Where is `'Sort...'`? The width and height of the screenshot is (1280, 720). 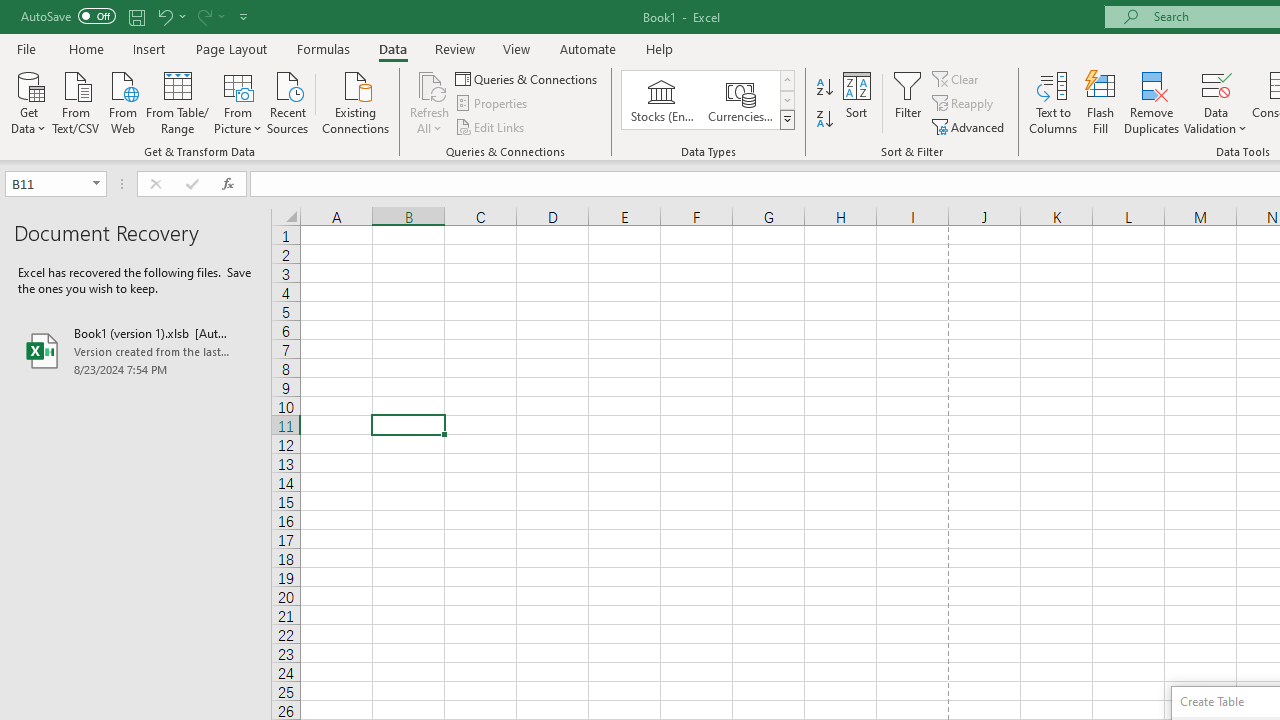 'Sort...' is located at coordinates (856, 103).